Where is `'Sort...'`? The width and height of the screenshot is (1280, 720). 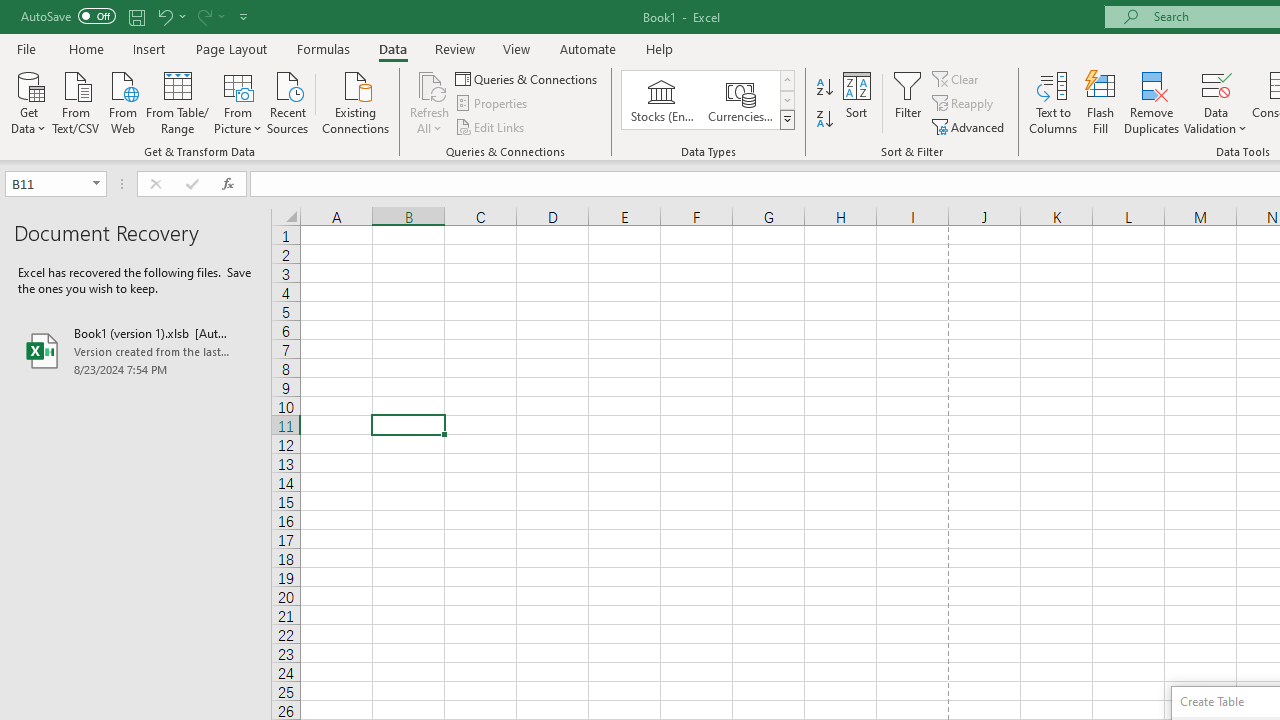 'Sort...' is located at coordinates (856, 103).